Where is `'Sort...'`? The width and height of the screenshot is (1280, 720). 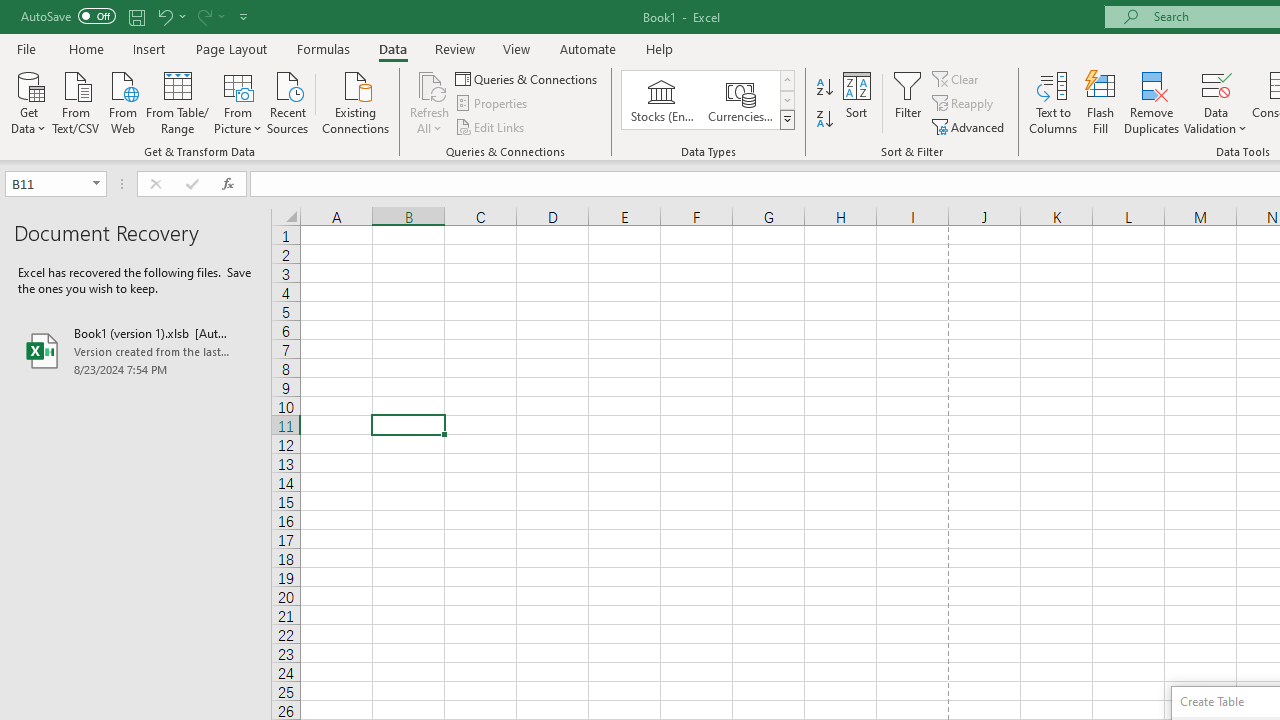 'Sort...' is located at coordinates (856, 103).